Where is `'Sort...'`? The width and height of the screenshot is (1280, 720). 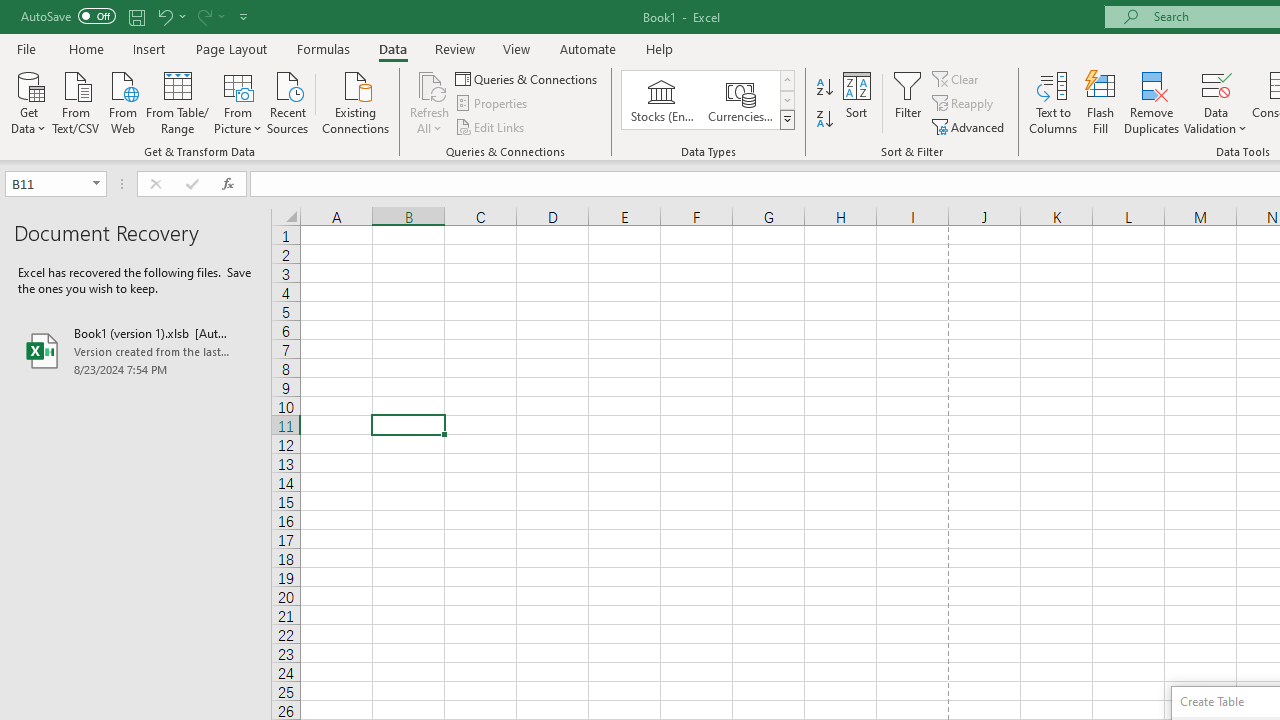 'Sort...' is located at coordinates (856, 103).